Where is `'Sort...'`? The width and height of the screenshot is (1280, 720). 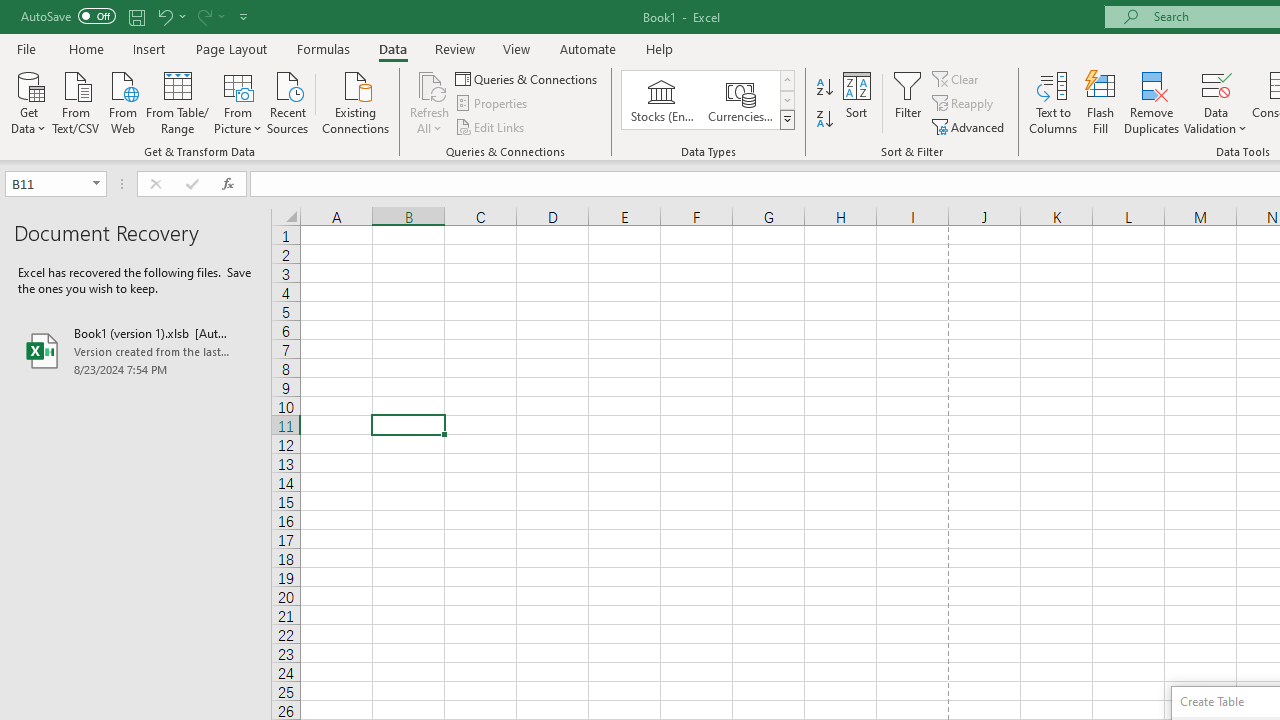 'Sort...' is located at coordinates (856, 103).